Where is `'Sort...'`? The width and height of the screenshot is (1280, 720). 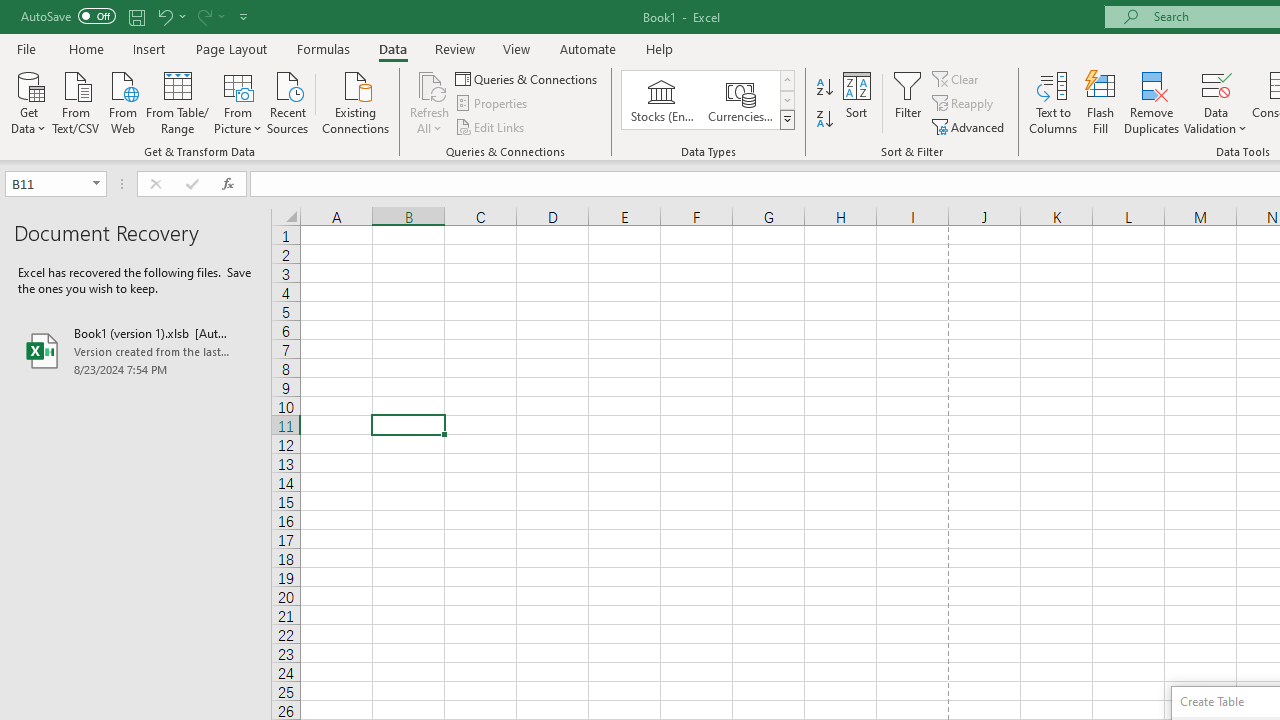 'Sort...' is located at coordinates (856, 103).